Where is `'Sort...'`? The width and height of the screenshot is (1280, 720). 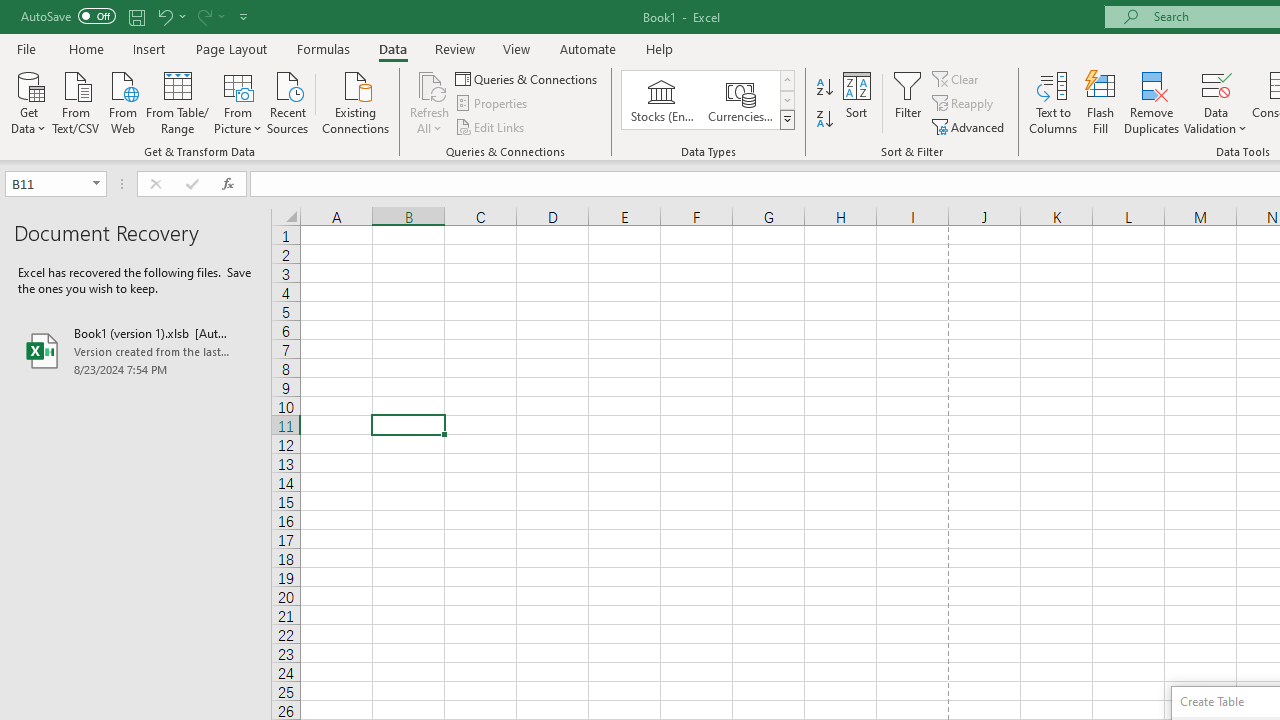 'Sort...' is located at coordinates (856, 103).